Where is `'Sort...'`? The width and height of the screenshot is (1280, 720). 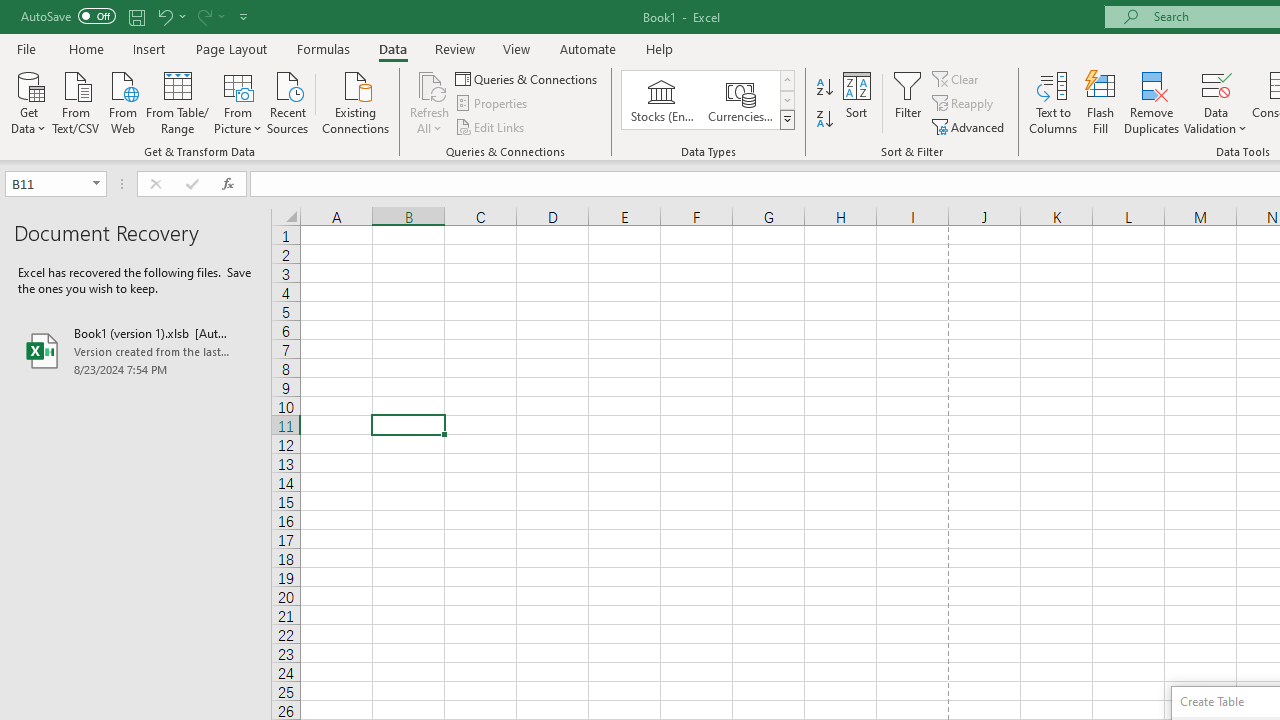 'Sort...' is located at coordinates (856, 103).